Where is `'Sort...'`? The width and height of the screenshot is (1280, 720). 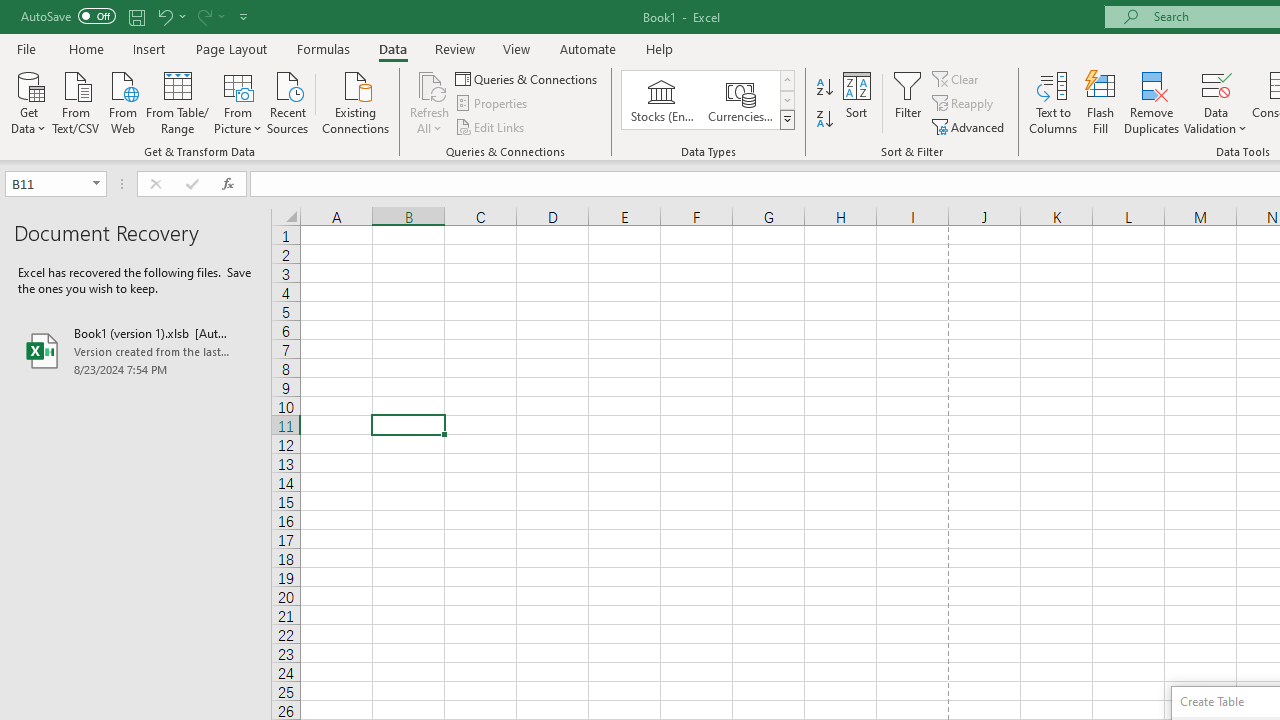 'Sort...' is located at coordinates (856, 103).